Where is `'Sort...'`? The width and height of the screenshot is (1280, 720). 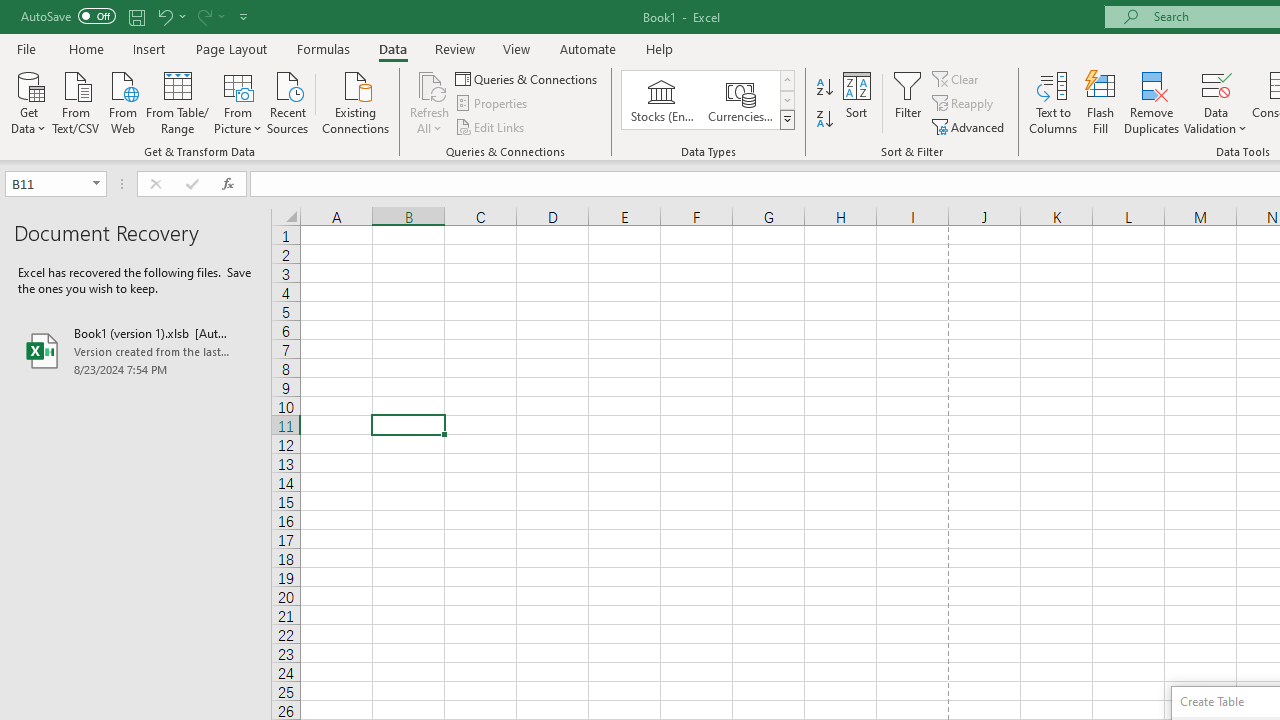 'Sort...' is located at coordinates (856, 103).